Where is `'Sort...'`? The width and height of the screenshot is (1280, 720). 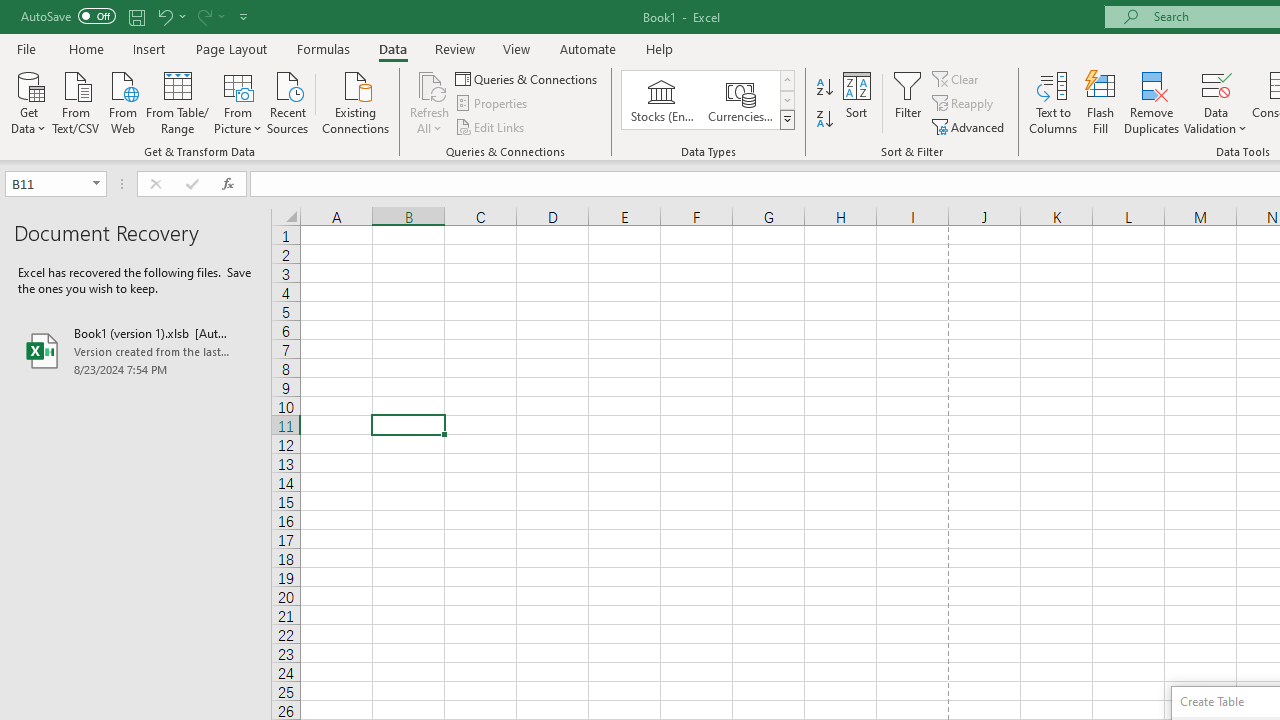 'Sort...' is located at coordinates (856, 103).